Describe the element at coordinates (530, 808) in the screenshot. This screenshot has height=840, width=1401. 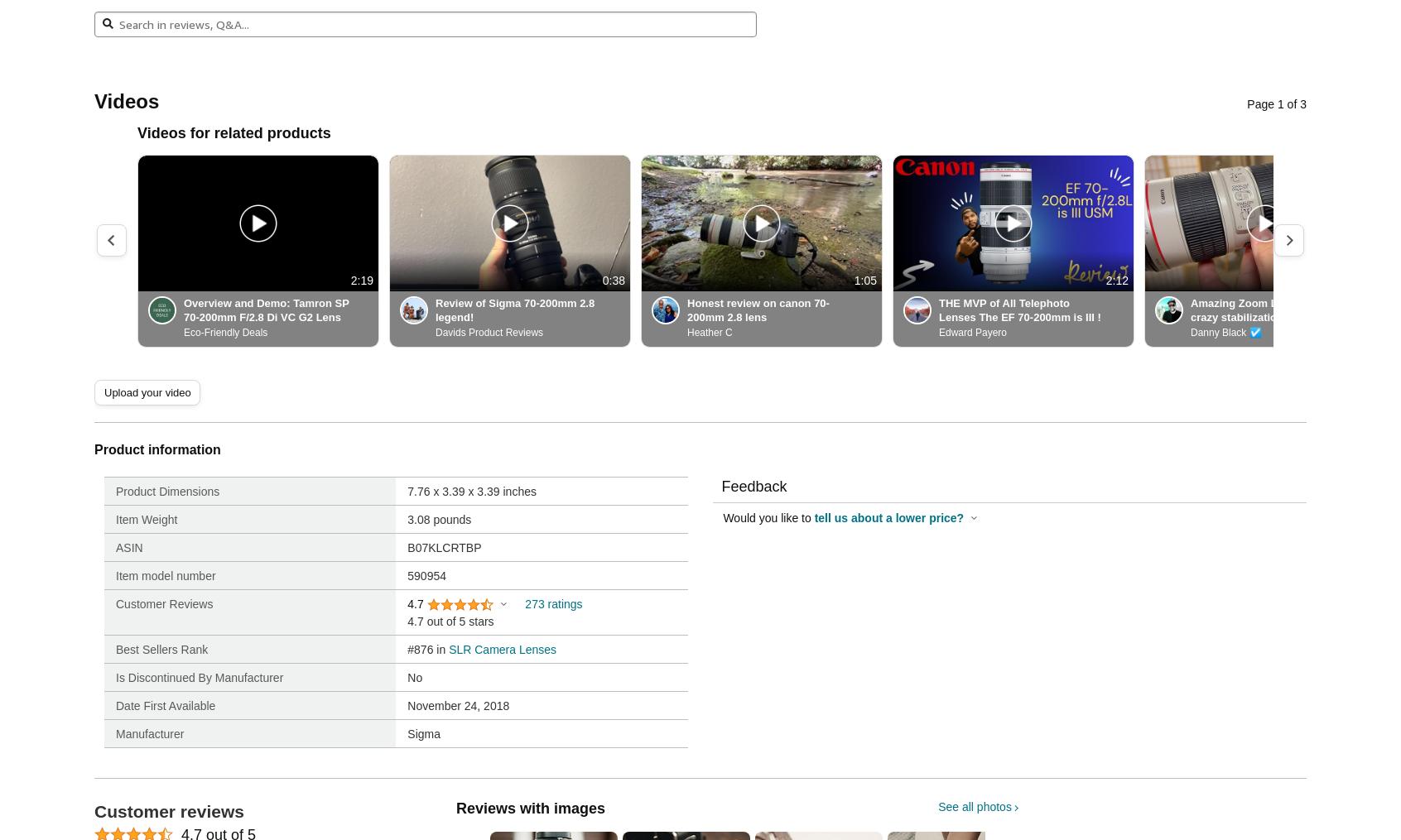
I see `'Reviews with images'` at that location.